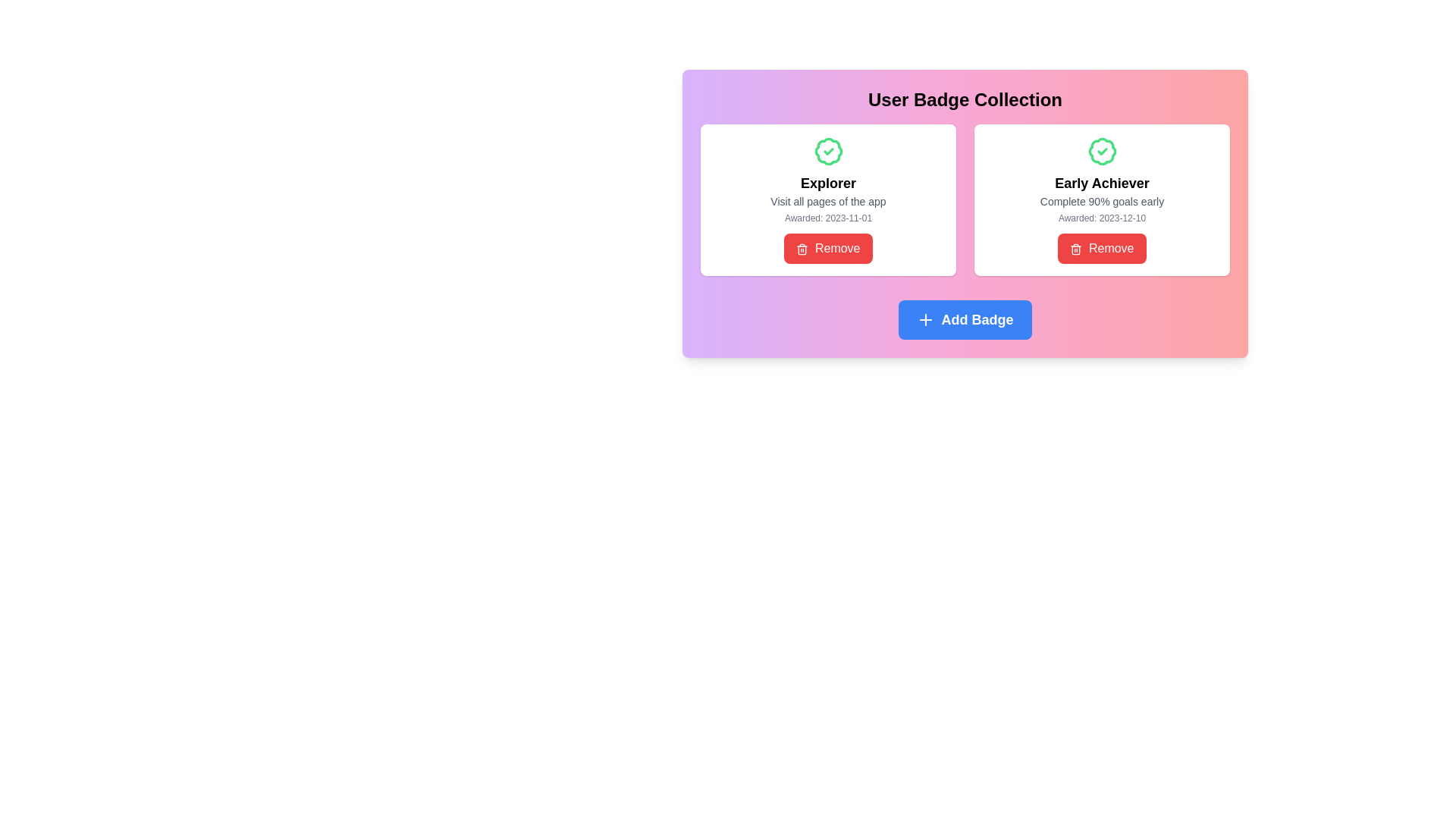 The image size is (1456, 819). Describe the element at coordinates (1102, 183) in the screenshot. I see `the static text label indicating the achievement 'Early Achiever', which is the first line of text in the badge card on the right side of the badge collection` at that location.